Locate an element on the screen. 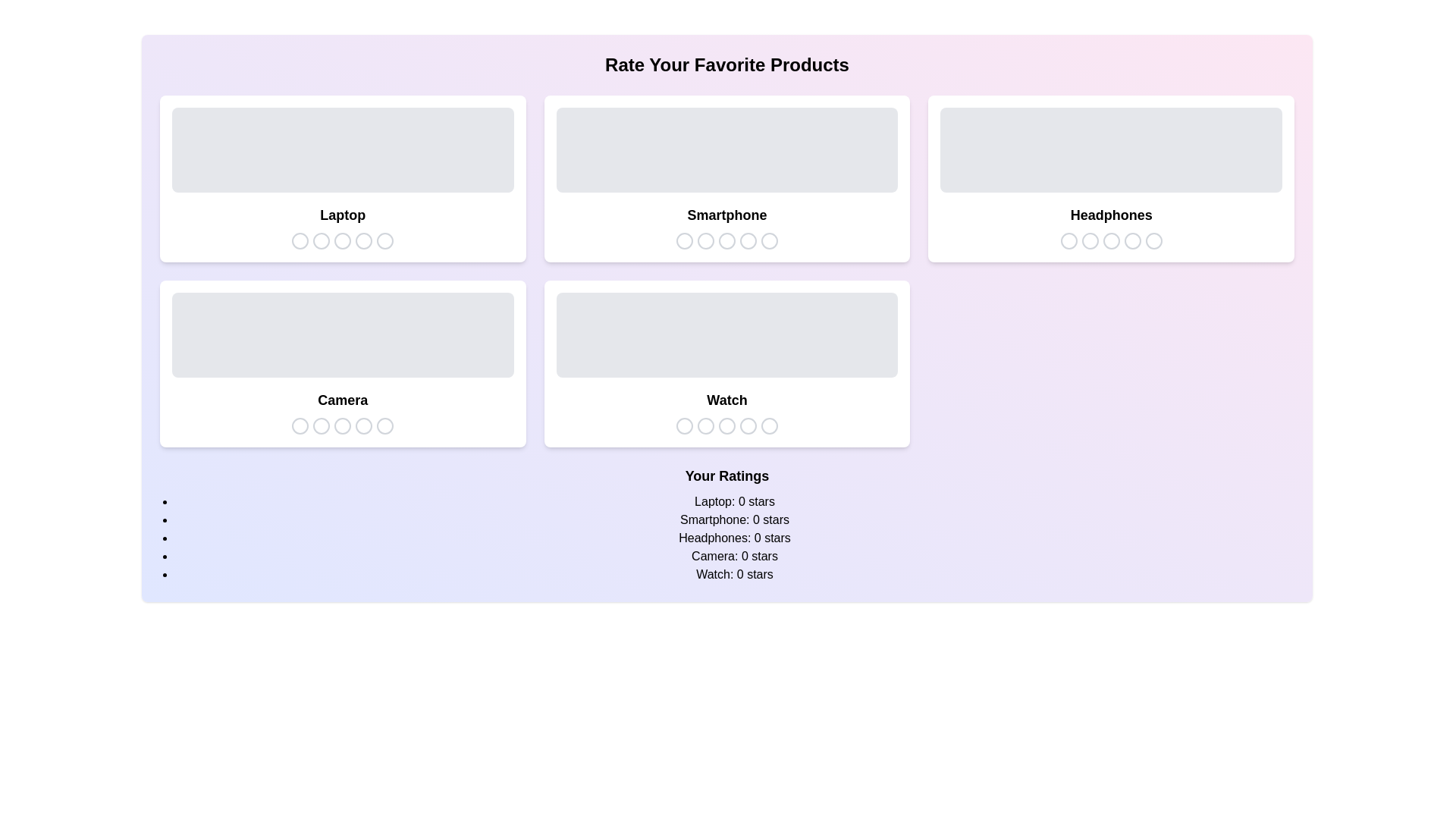 The width and height of the screenshot is (1456, 819). the star icon to set the rating for the selected product category to 2 stars is located at coordinates (321, 240).